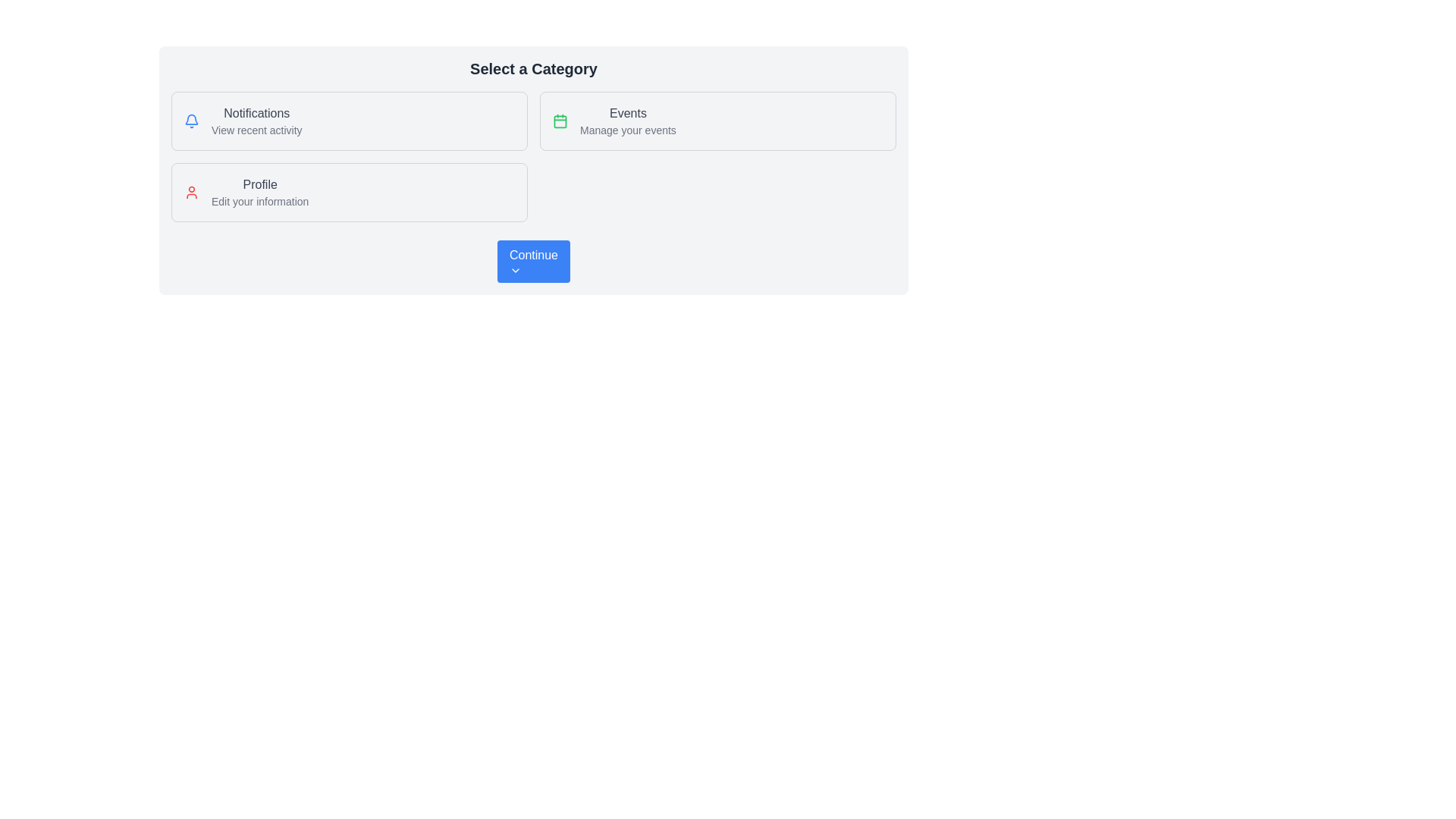  Describe the element at coordinates (560, 120) in the screenshot. I see `the main body of the calendar icon located in the top-right section of the interface under the 'Events' category` at that location.